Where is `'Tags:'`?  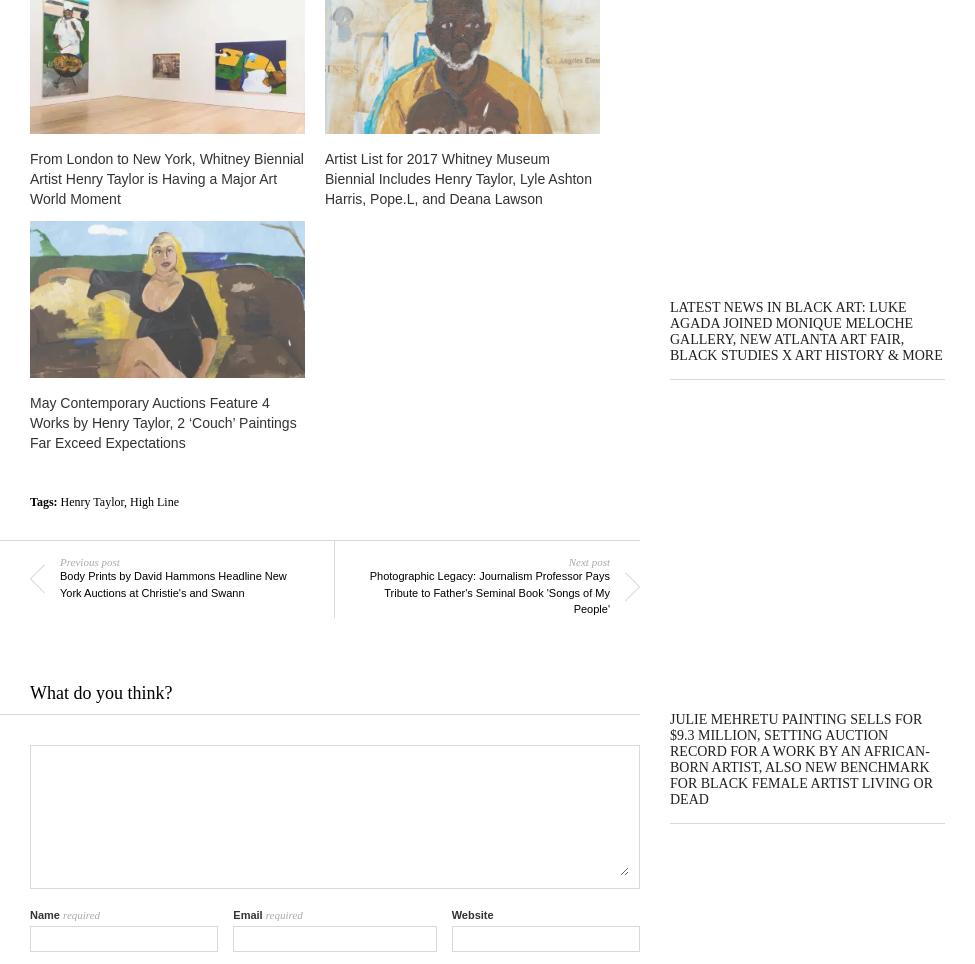
'Tags:' is located at coordinates (45, 500).